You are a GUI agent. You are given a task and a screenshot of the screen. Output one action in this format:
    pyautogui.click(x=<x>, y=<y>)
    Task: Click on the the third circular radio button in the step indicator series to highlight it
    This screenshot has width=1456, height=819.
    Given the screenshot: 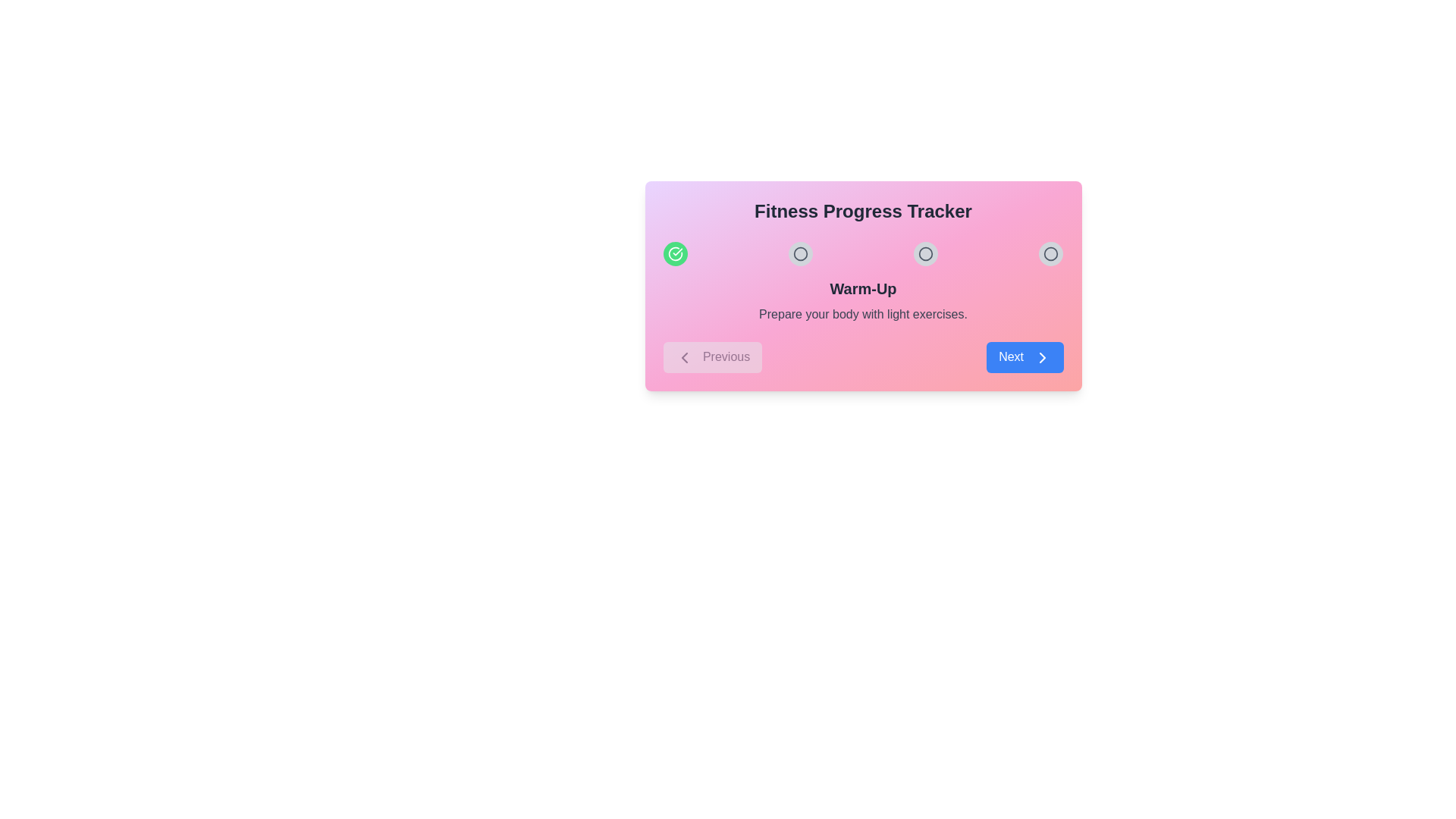 What is the action you would take?
    pyautogui.click(x=1050, y=253)
    